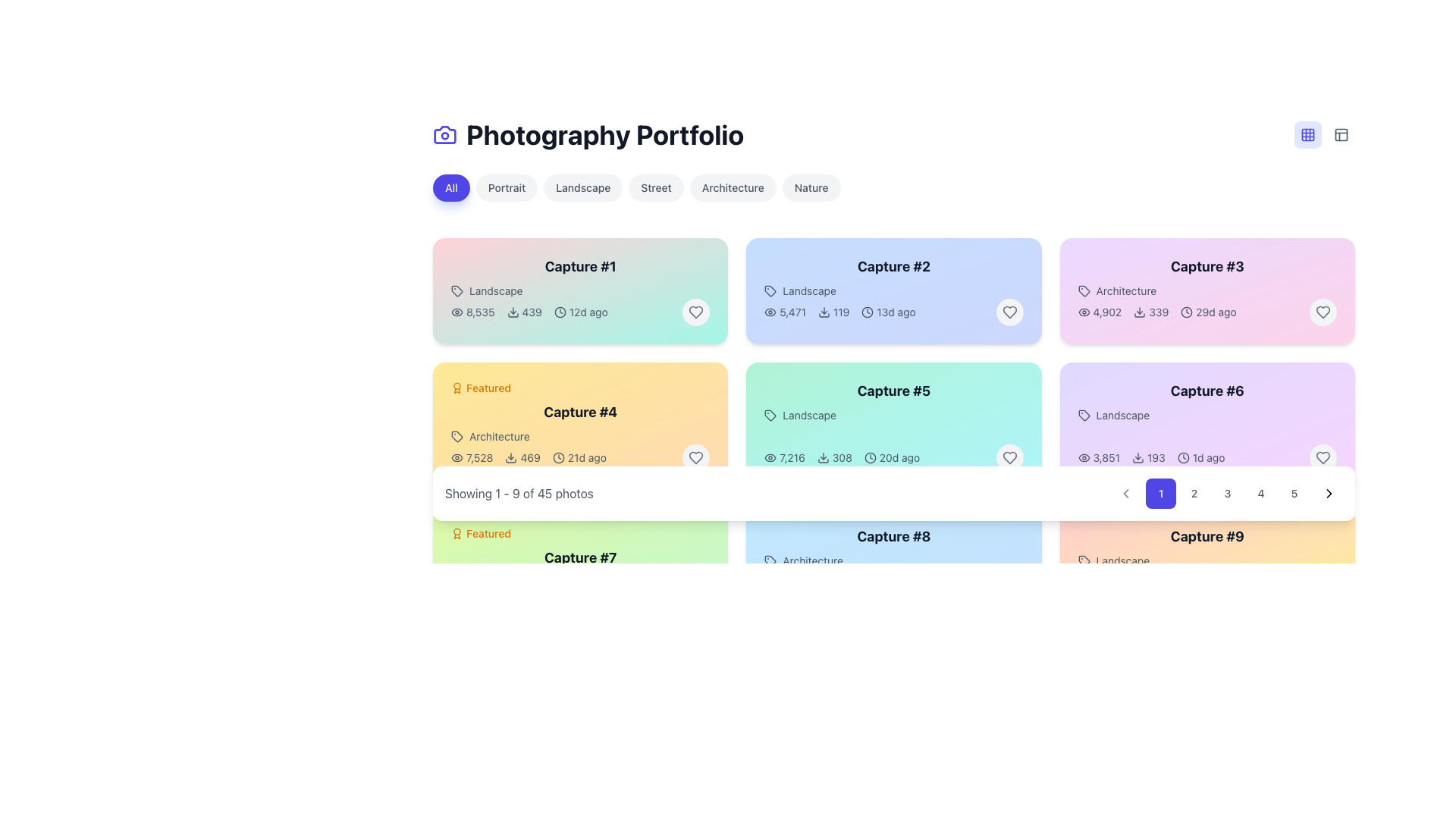 Image resolution: width=1456 pixels, height=819 pixels. What do you see at coordinates (529, 457) in the screenshot?
I see `informational text and icons located in the lower part of the card labeled 'Capture #4', which includes numerical and time data along with various icons` at bounding box center [529, 457].